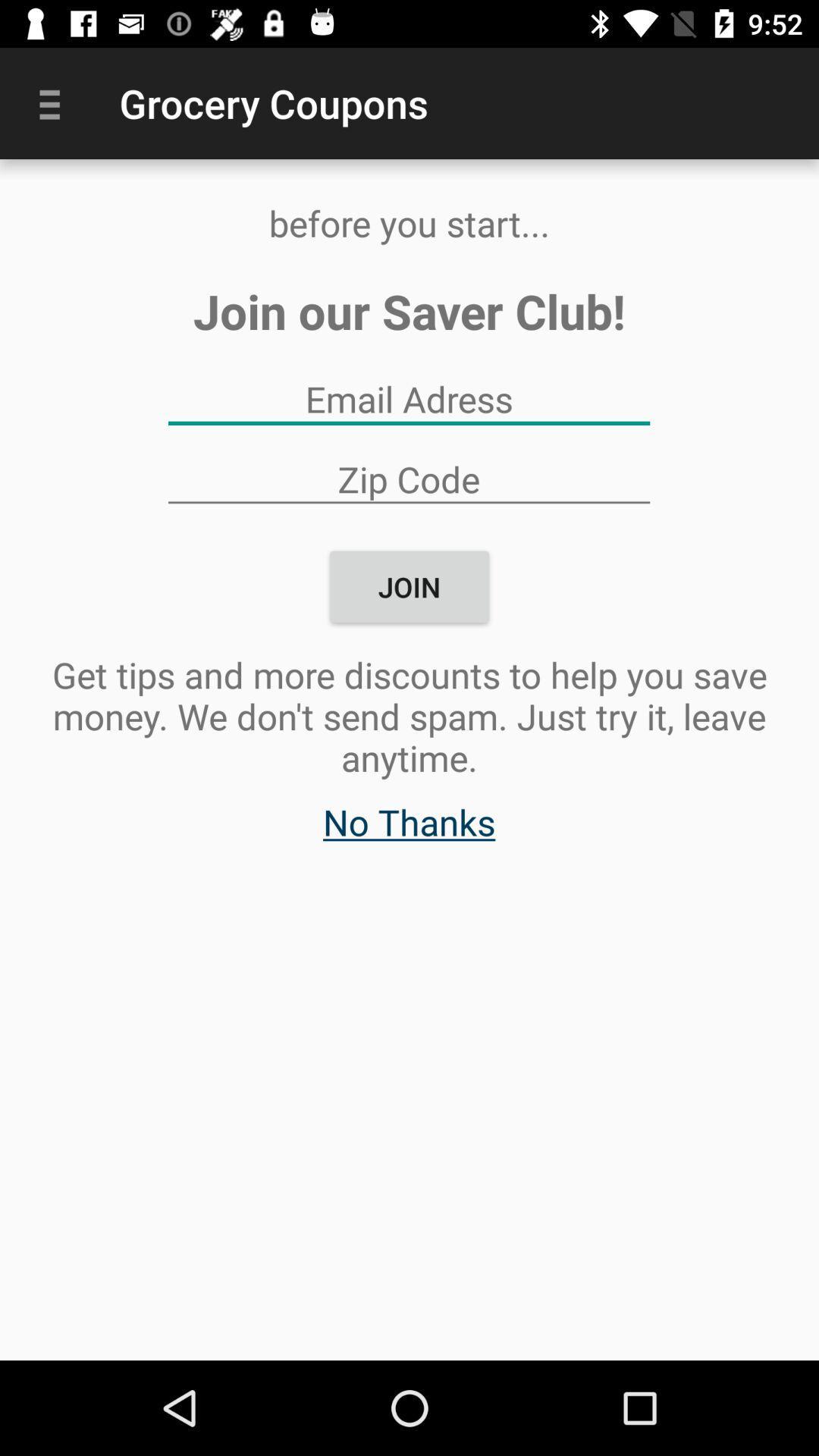 The width and height of the screenshot is (819, 1456). What do you see at coordinates (408, 829) in the screenshot?
I see `no thanks icon` at bounding box center [408, 829].